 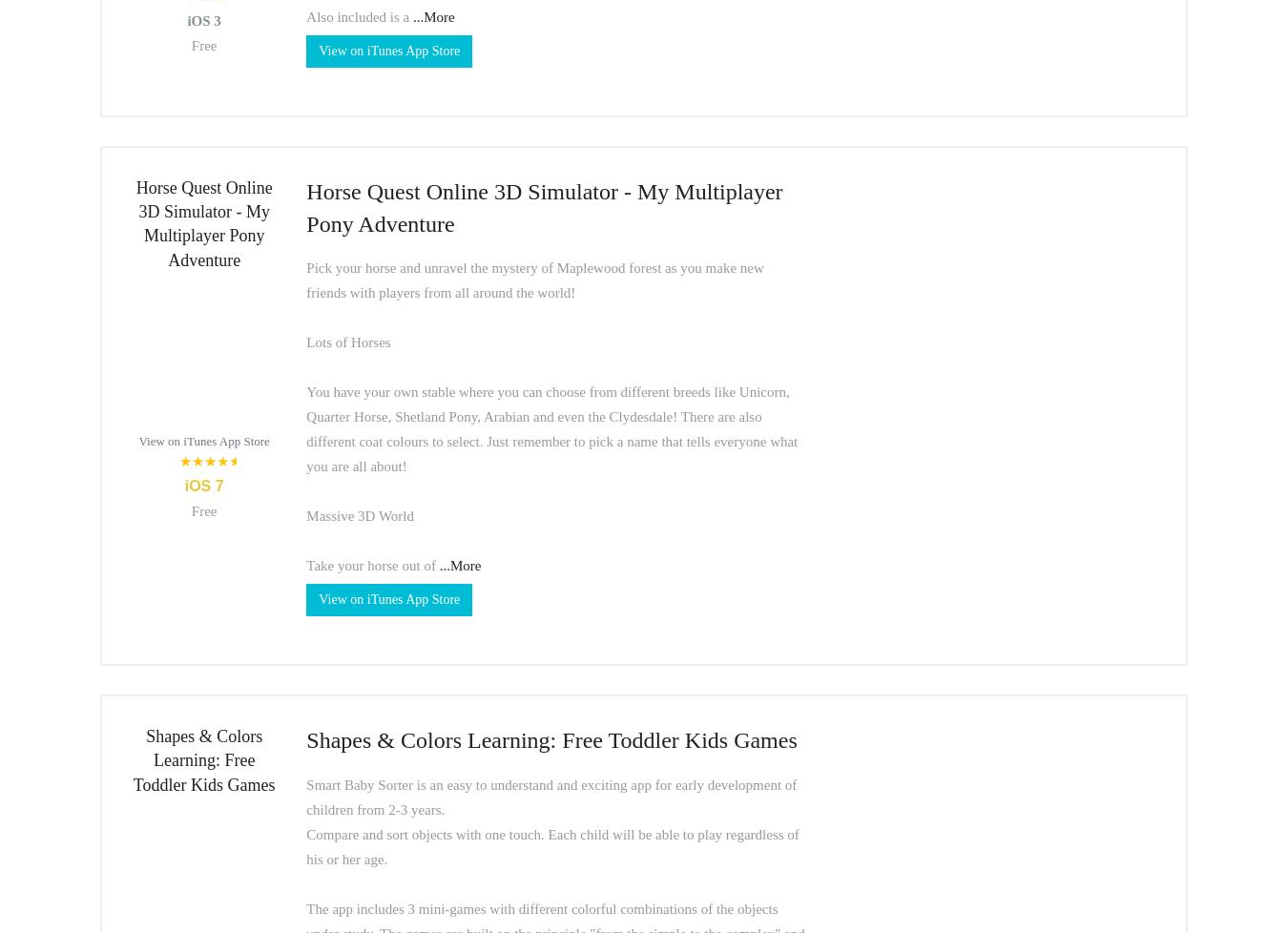 I want to click on 'You have your own stable where you can choose from different breeds like Unicorn, Quarter Horse, Shetland Pony, Arabian and even the Clydesdale! There are also different coat colours to select. Just remember to pick a name that tells everyone what you are all about!', so click(x=551, y=427).